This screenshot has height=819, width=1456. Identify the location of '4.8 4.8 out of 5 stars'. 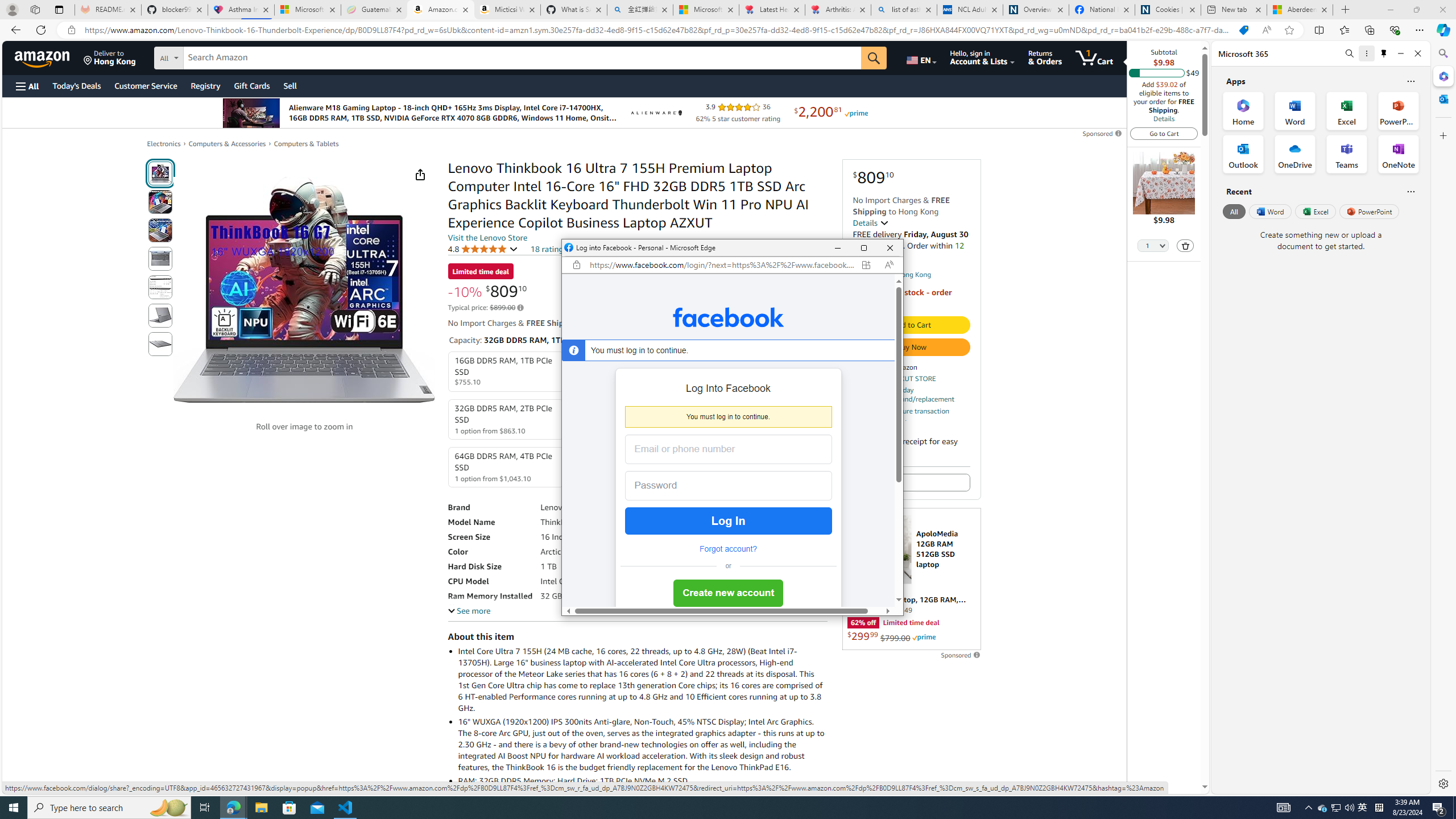
(482, 248).